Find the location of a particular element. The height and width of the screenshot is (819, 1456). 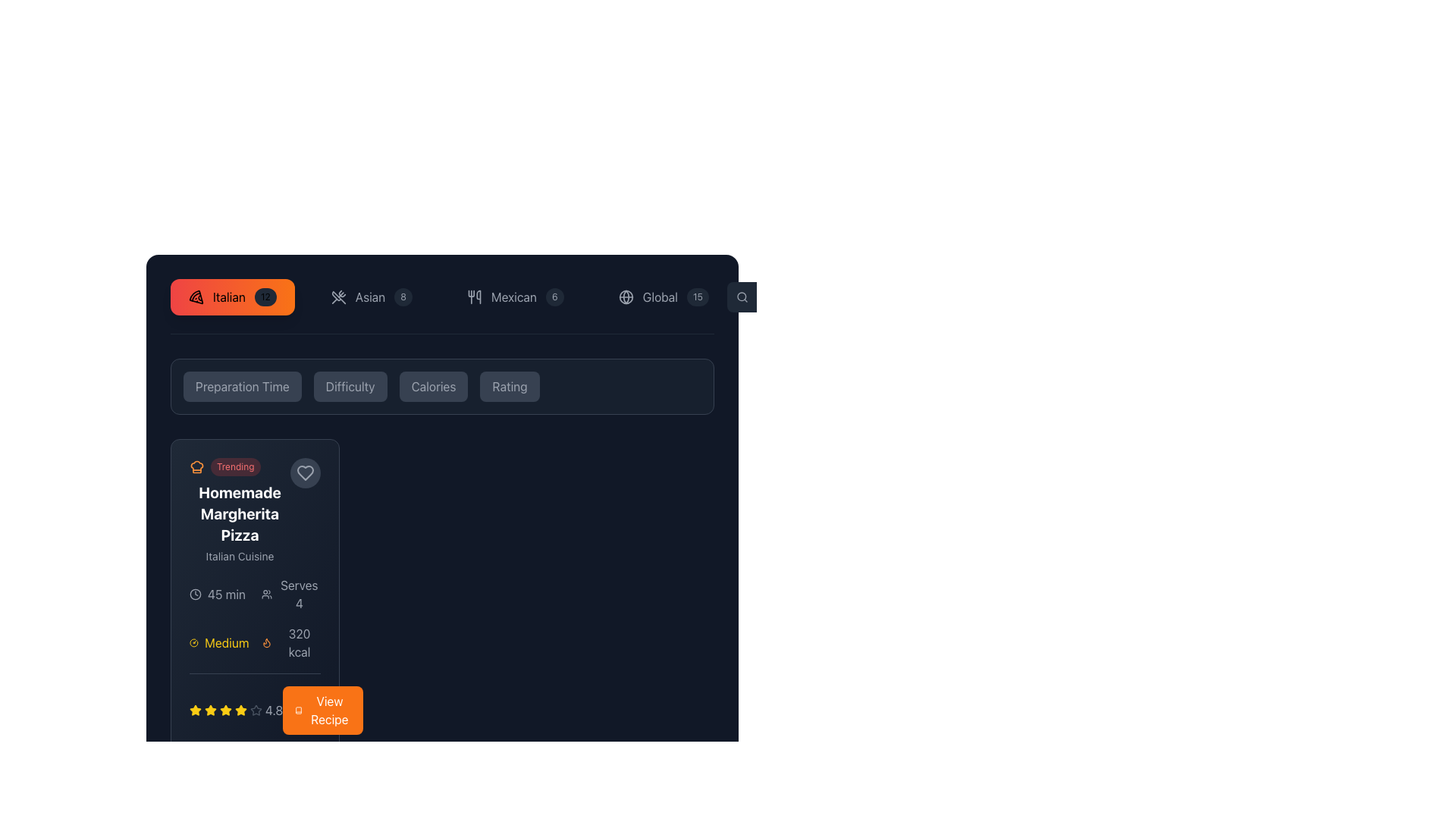

the 'Global' button, which is the fourth interactive button in the horizontal menu is located at coordinates (663, 297).